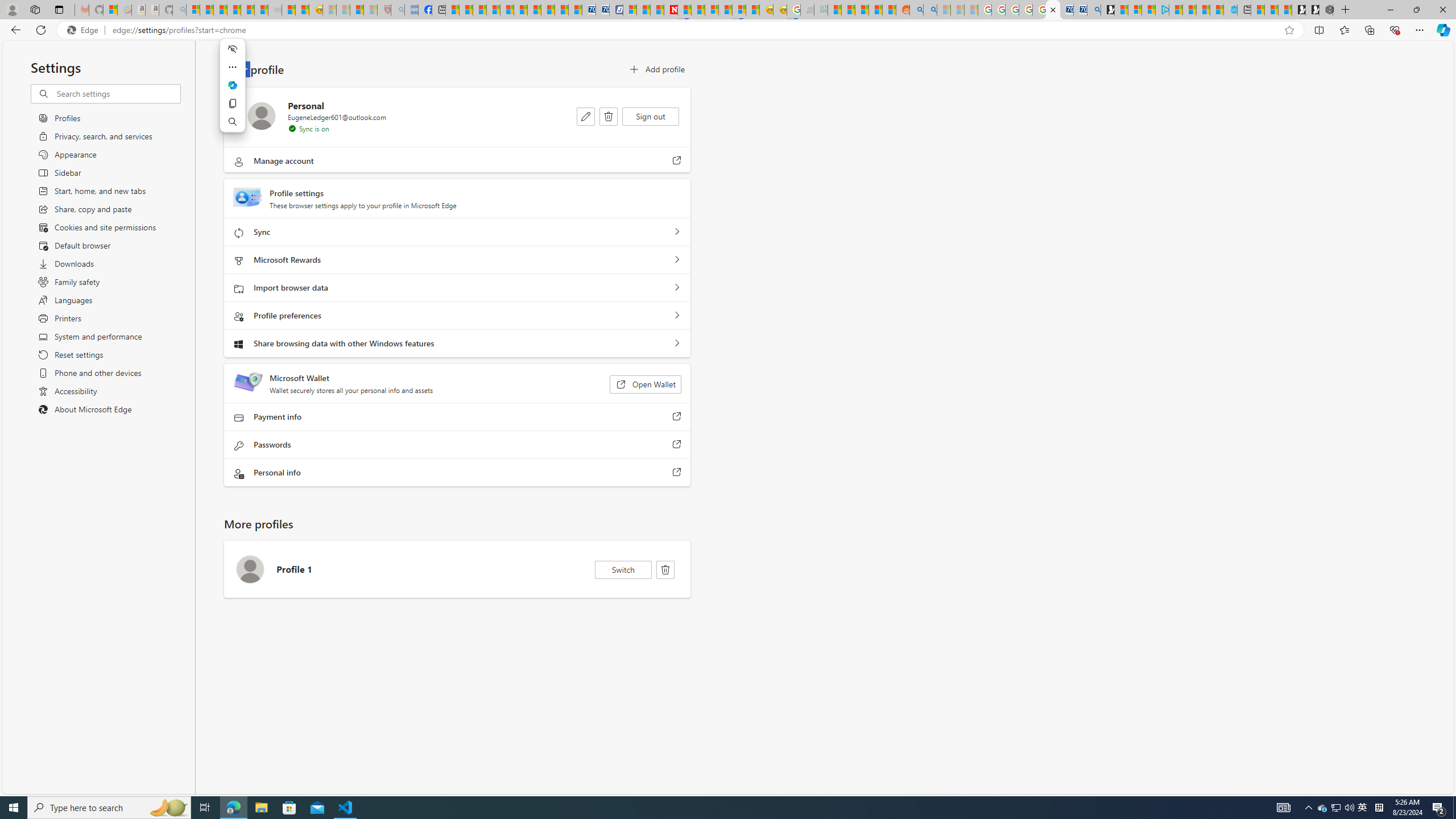 The image size is (1456, 819). What do you see at coordinates (220, 9) in the screenshot?
I see `'The Weather Channel - MSN'` at bounding box center [220, 9].